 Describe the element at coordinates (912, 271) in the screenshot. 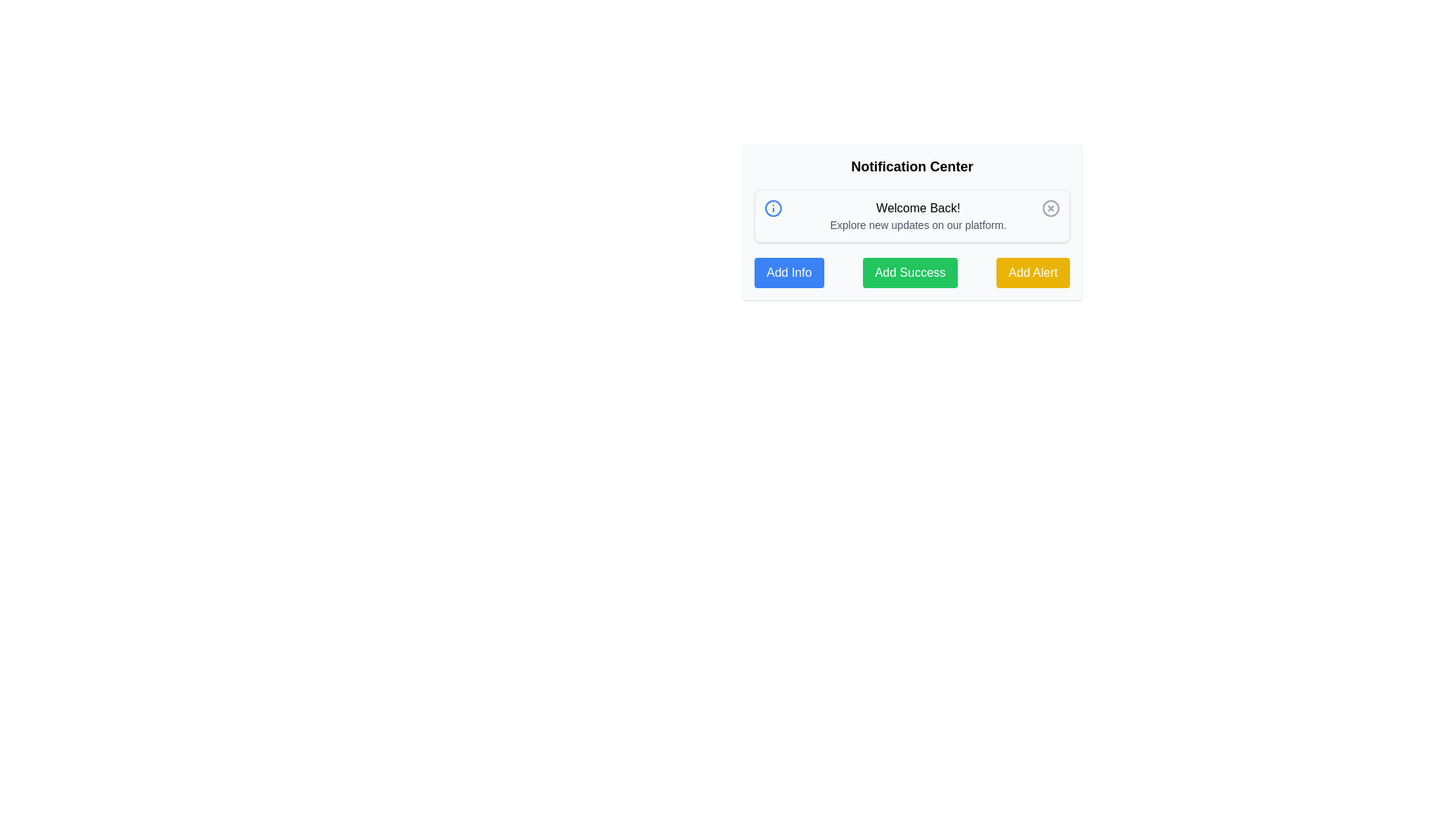

I see `the 'Add Success' button, which is styled with a green background and white text, located under the 'Notification Center' section` at that location.